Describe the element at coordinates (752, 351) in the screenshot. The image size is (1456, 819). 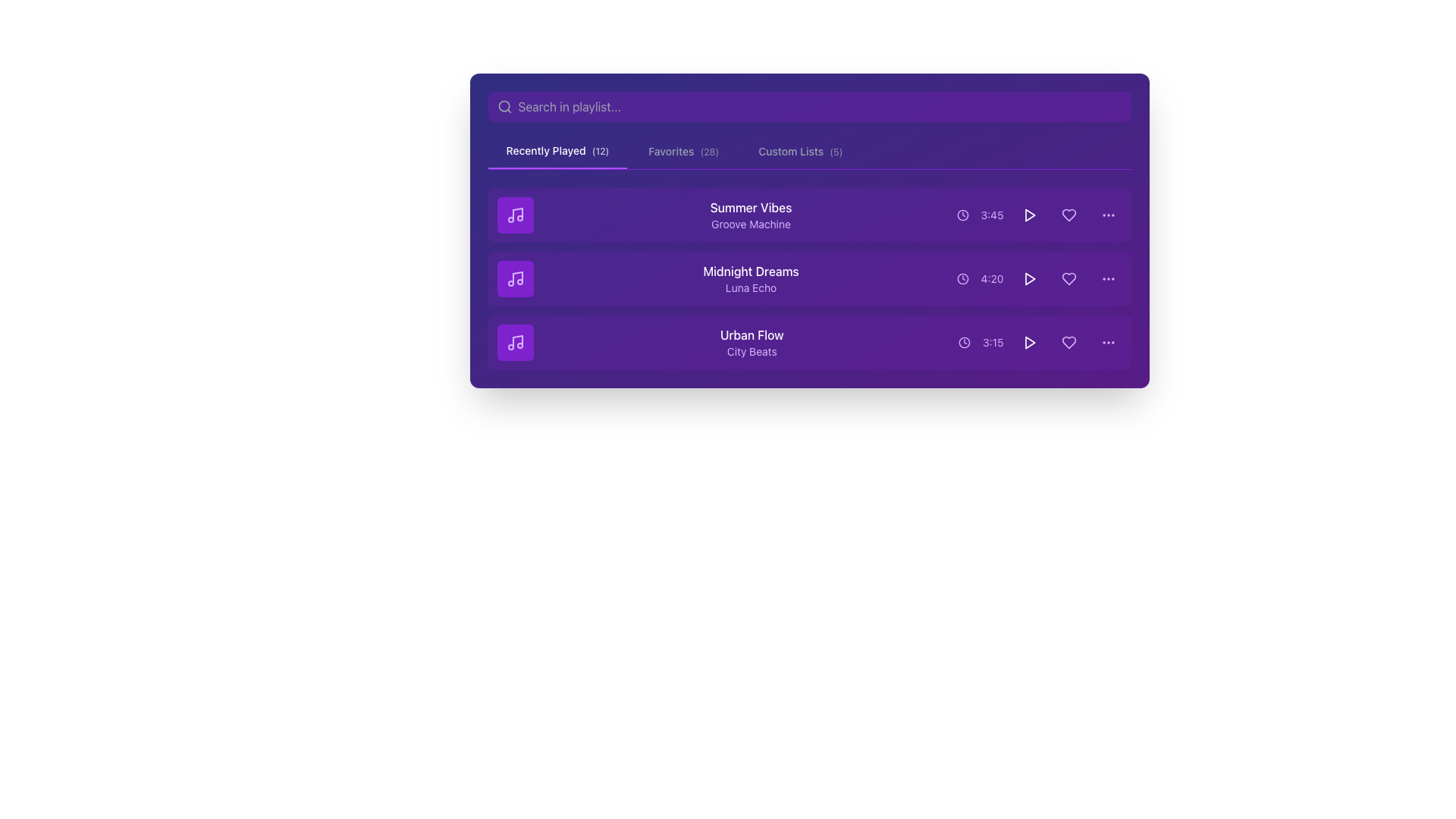
I see `the text label displaying 'City Beats', which is styled in a smaller purple font and positioned below the larger white text 'Urban Flow' in a music playlist interface` at that location.